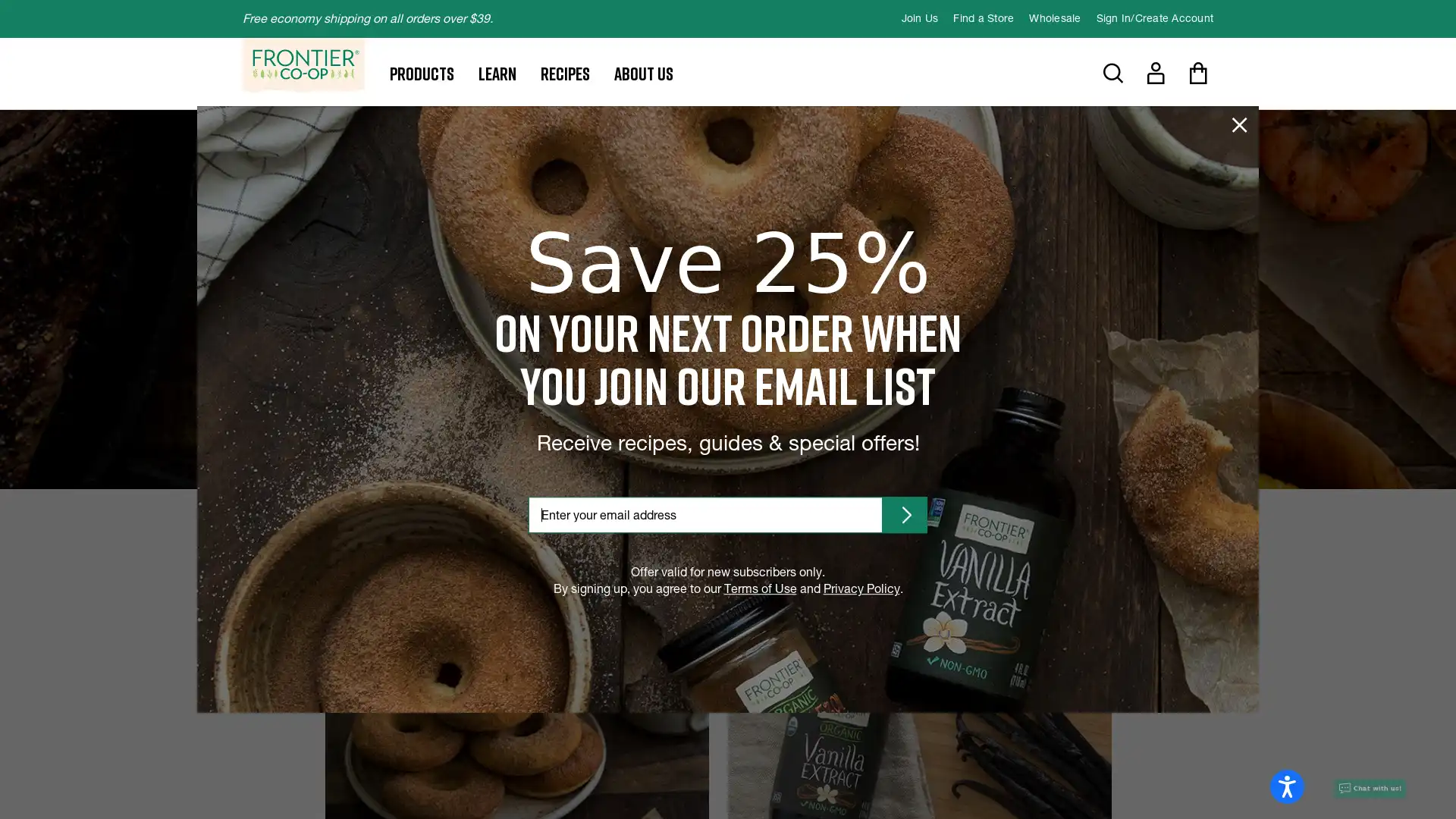  Describe the element at coordinates (905, 513) in the screenshot. I see `ltkpopup-arrow-btn` at that location.